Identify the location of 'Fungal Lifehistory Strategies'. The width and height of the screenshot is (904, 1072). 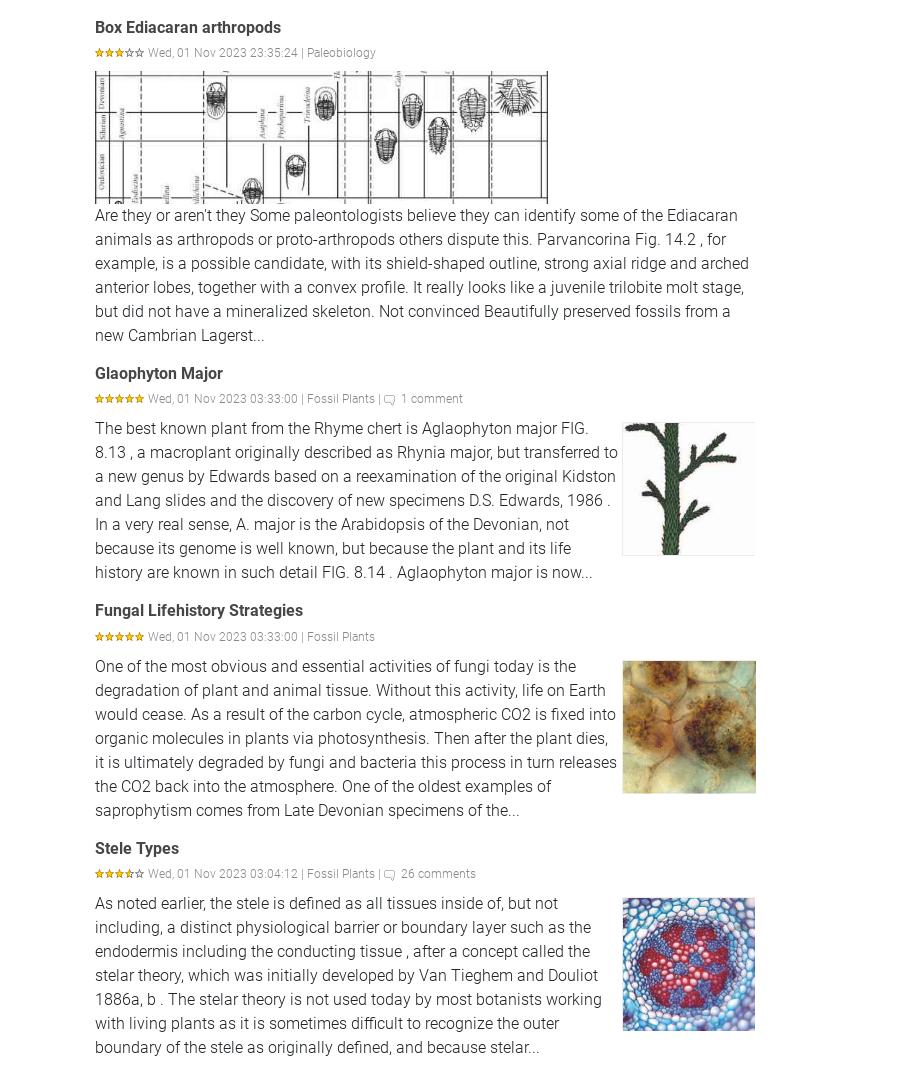
(95, 610).